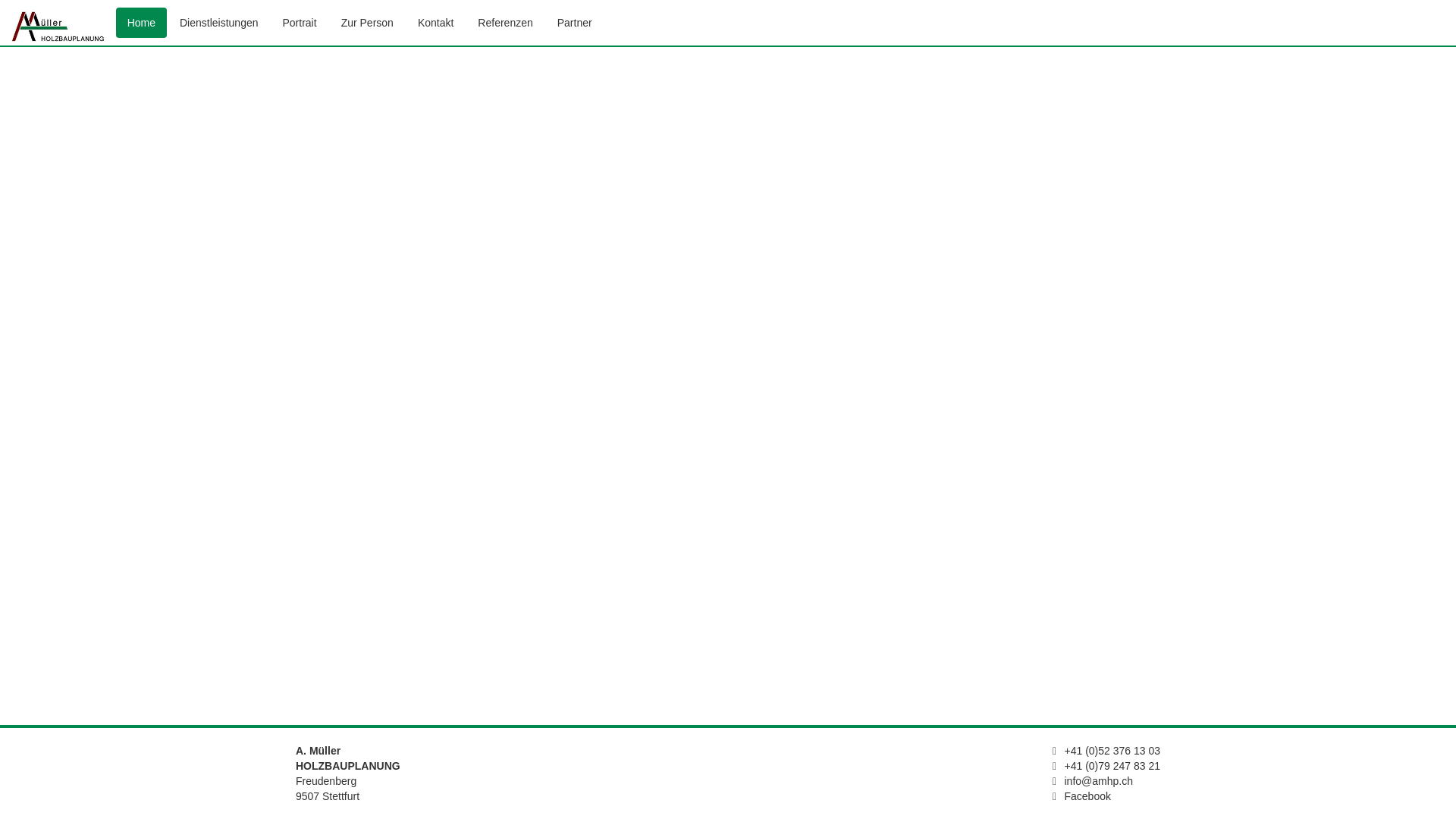 This screenshot has height=819, width=1456. Describe the element at coordinates (465, 23) in the screenshot. I see `'Referenzen'` at that location.